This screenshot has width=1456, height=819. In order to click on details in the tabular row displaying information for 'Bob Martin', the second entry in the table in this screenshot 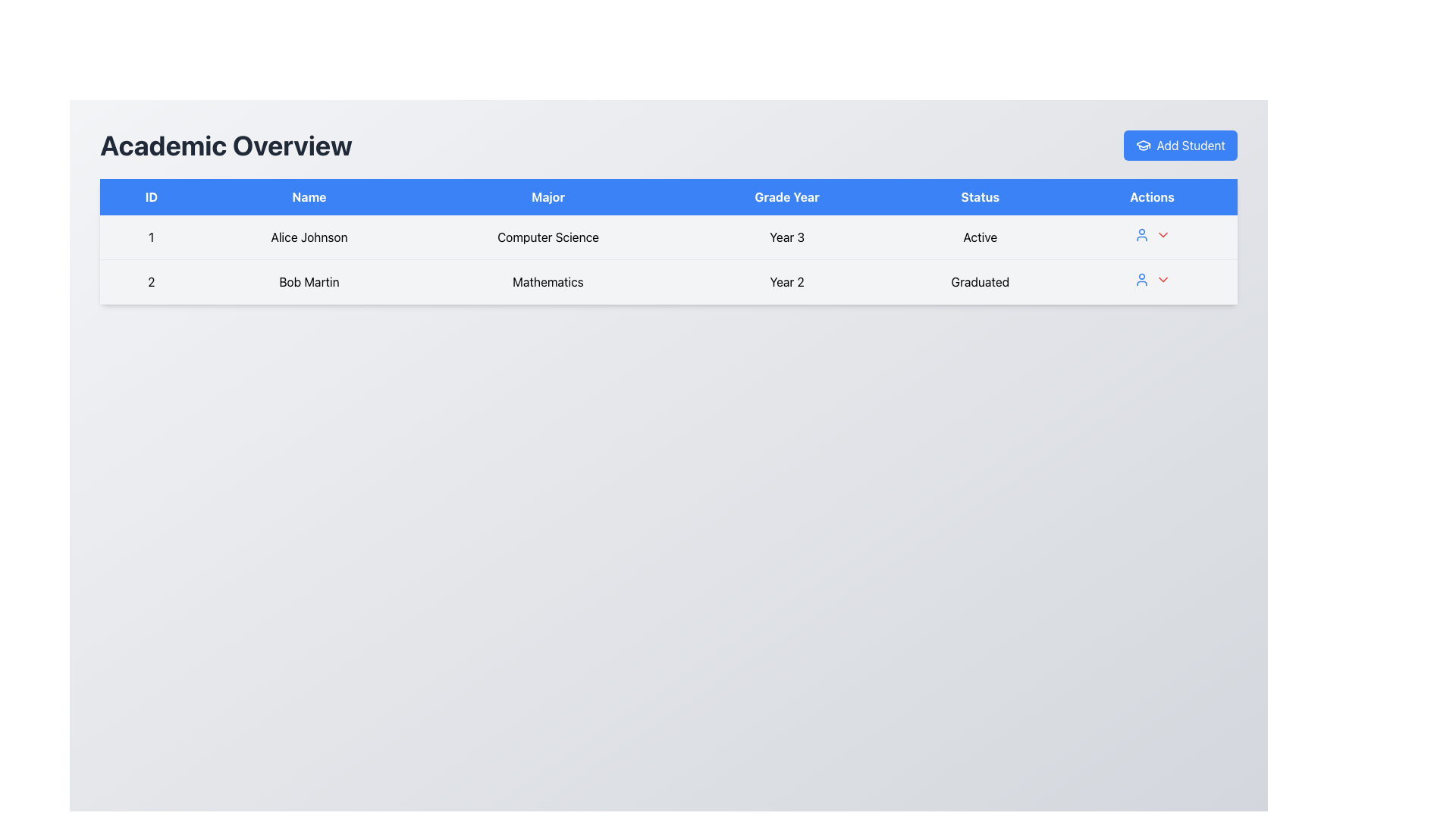, I will do `click(668, 281)`.